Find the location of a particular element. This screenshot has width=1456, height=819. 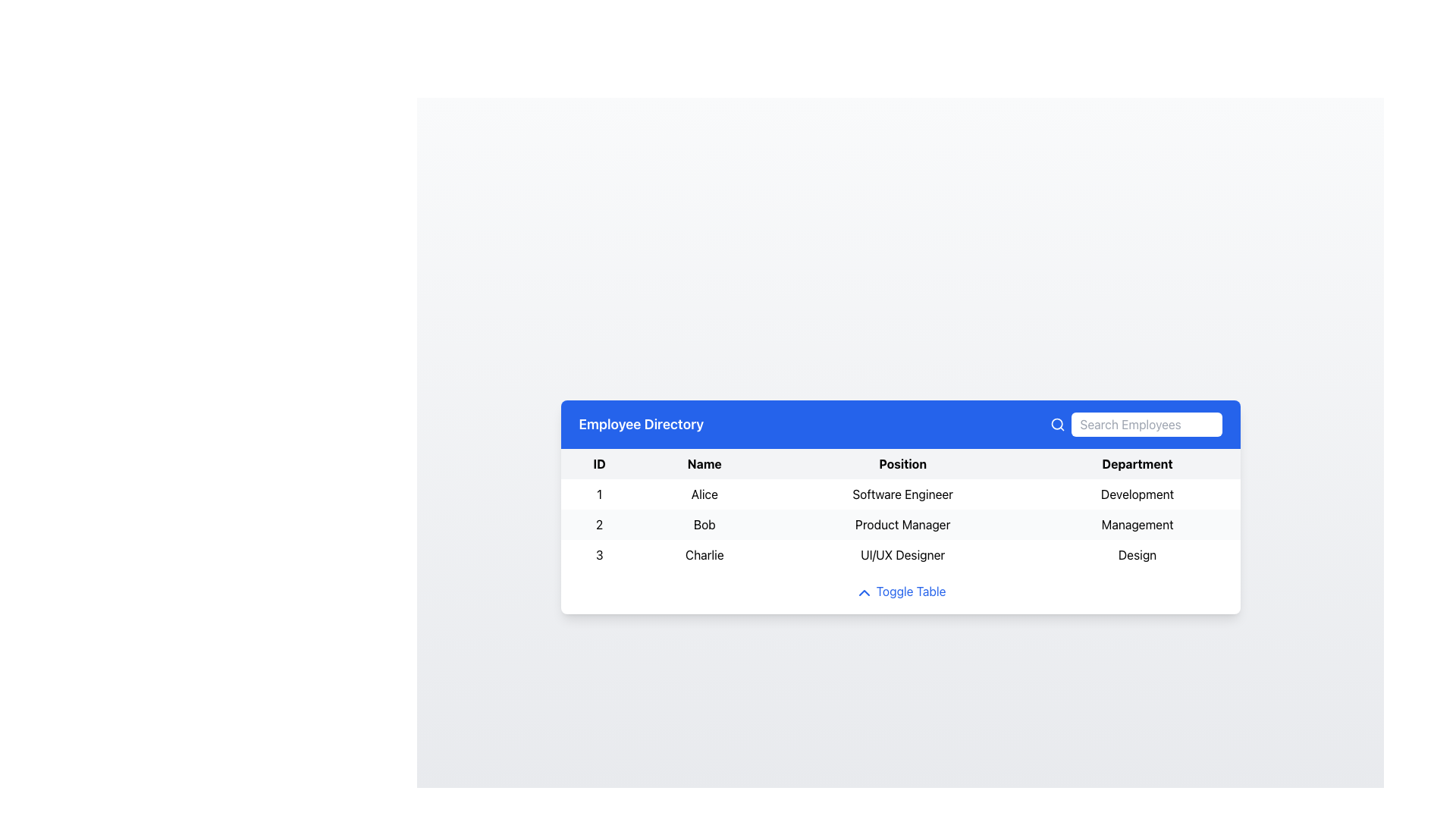

the number '1' in the first cell of the first row under the 'ID' column of the data table is located at coordinates (598, 494).